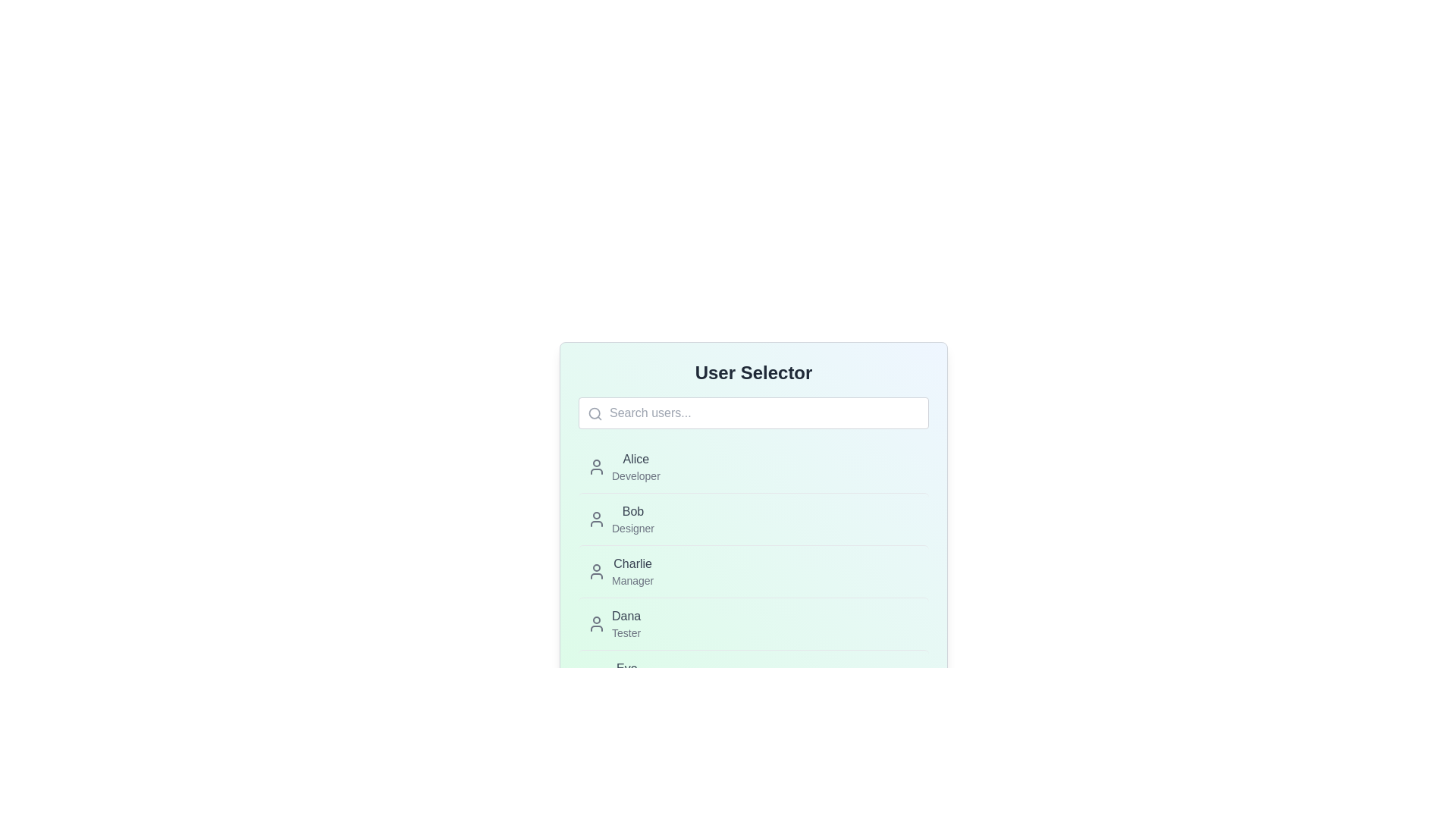 The height and width of the screenshot is (819, 1456). I want to click on the second row of the user selection list labeled 'Bob Designer', so click(753, 517).